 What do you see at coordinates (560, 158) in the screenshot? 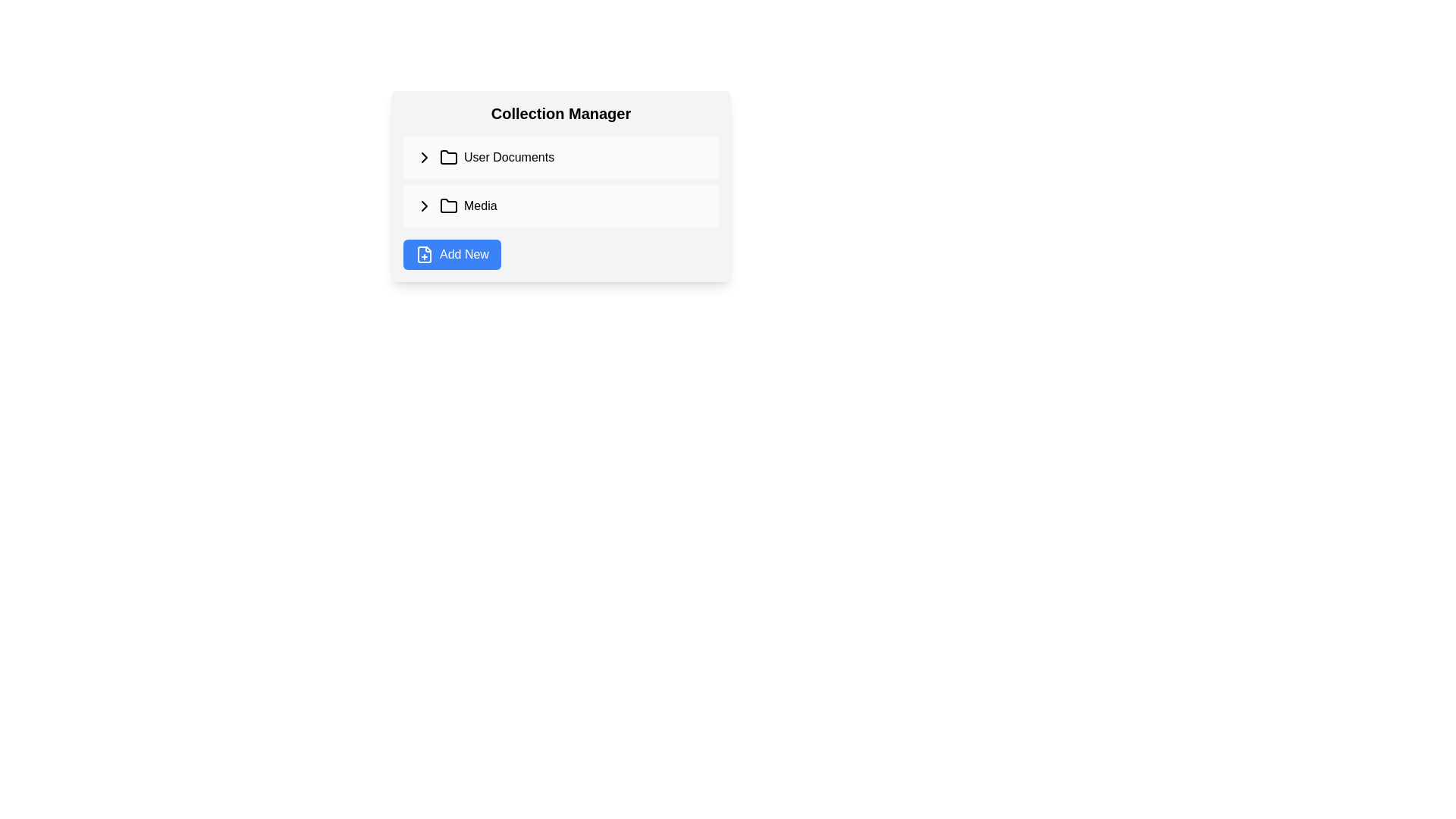
I see `the first selectable list item representing user documents, positioned near the top of the interface` at bounding box center [560, 158].